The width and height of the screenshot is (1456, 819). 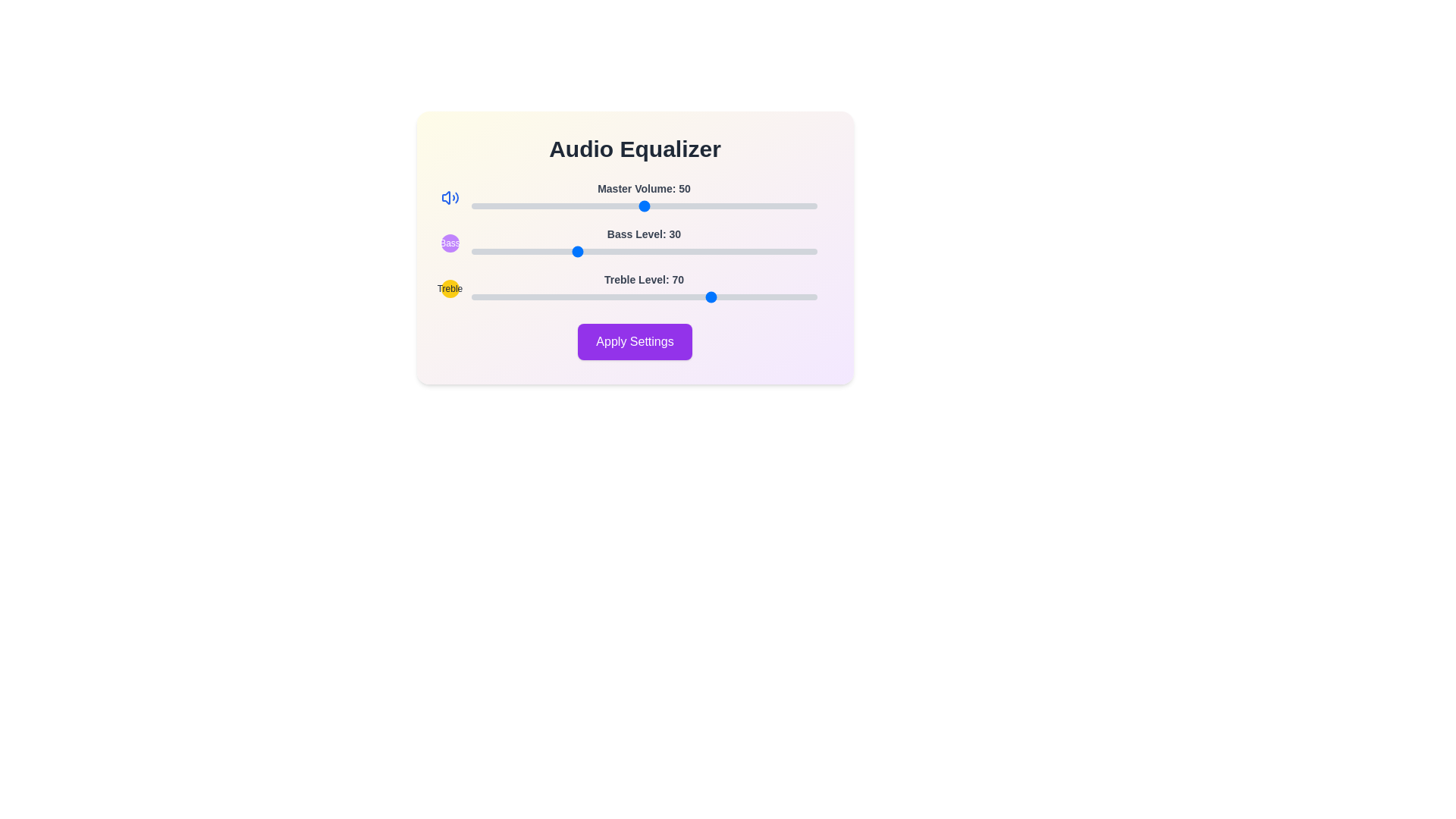 I want to click on the text label displaying 'Treble Level: 70', which is positioned to the left and above a horizontal slider in the audio equalization settings panel, so click(x=644, y=280).